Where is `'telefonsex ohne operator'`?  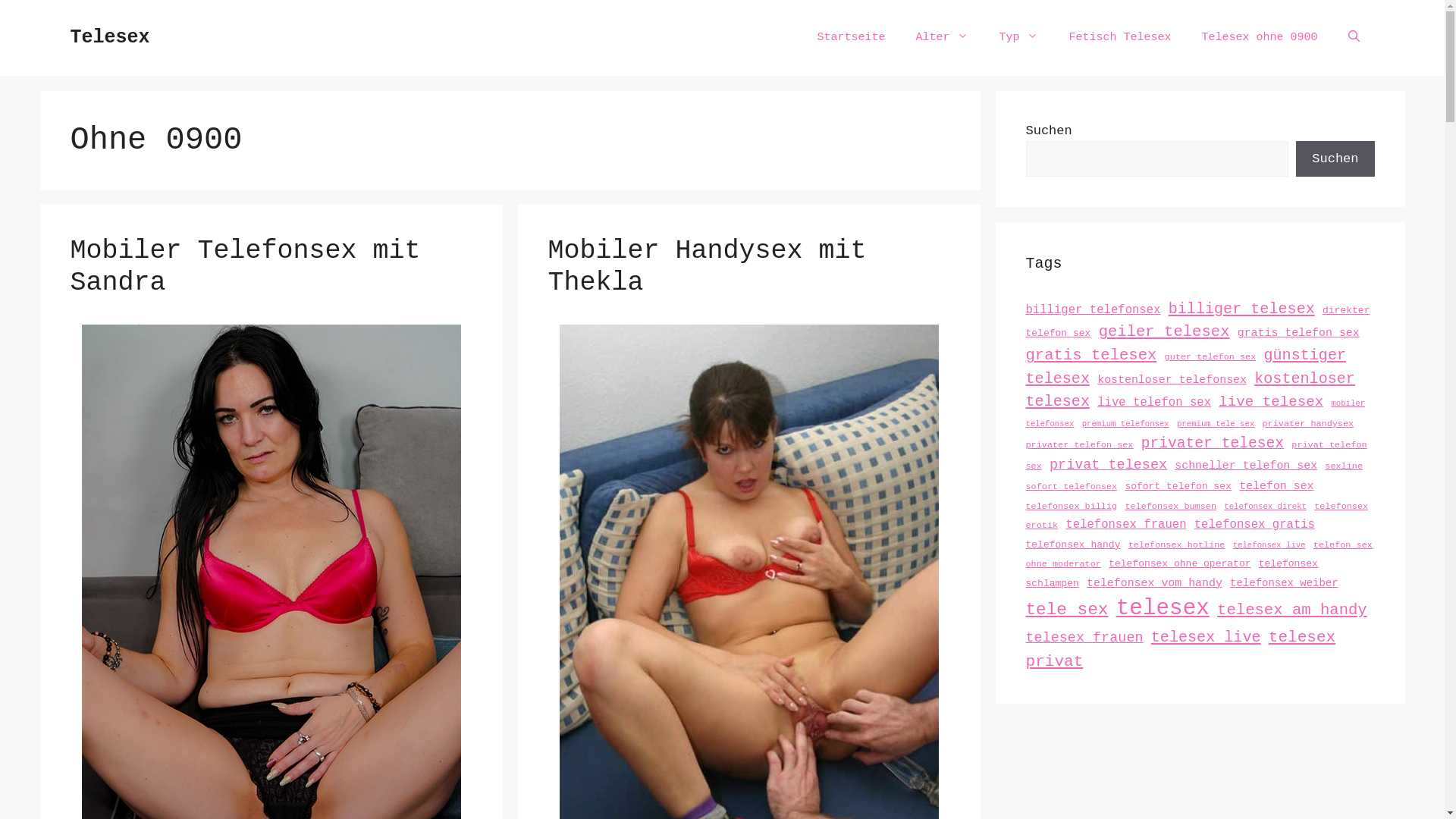 'telefonsex ohne operator' is located at coordinates (1178, 563).